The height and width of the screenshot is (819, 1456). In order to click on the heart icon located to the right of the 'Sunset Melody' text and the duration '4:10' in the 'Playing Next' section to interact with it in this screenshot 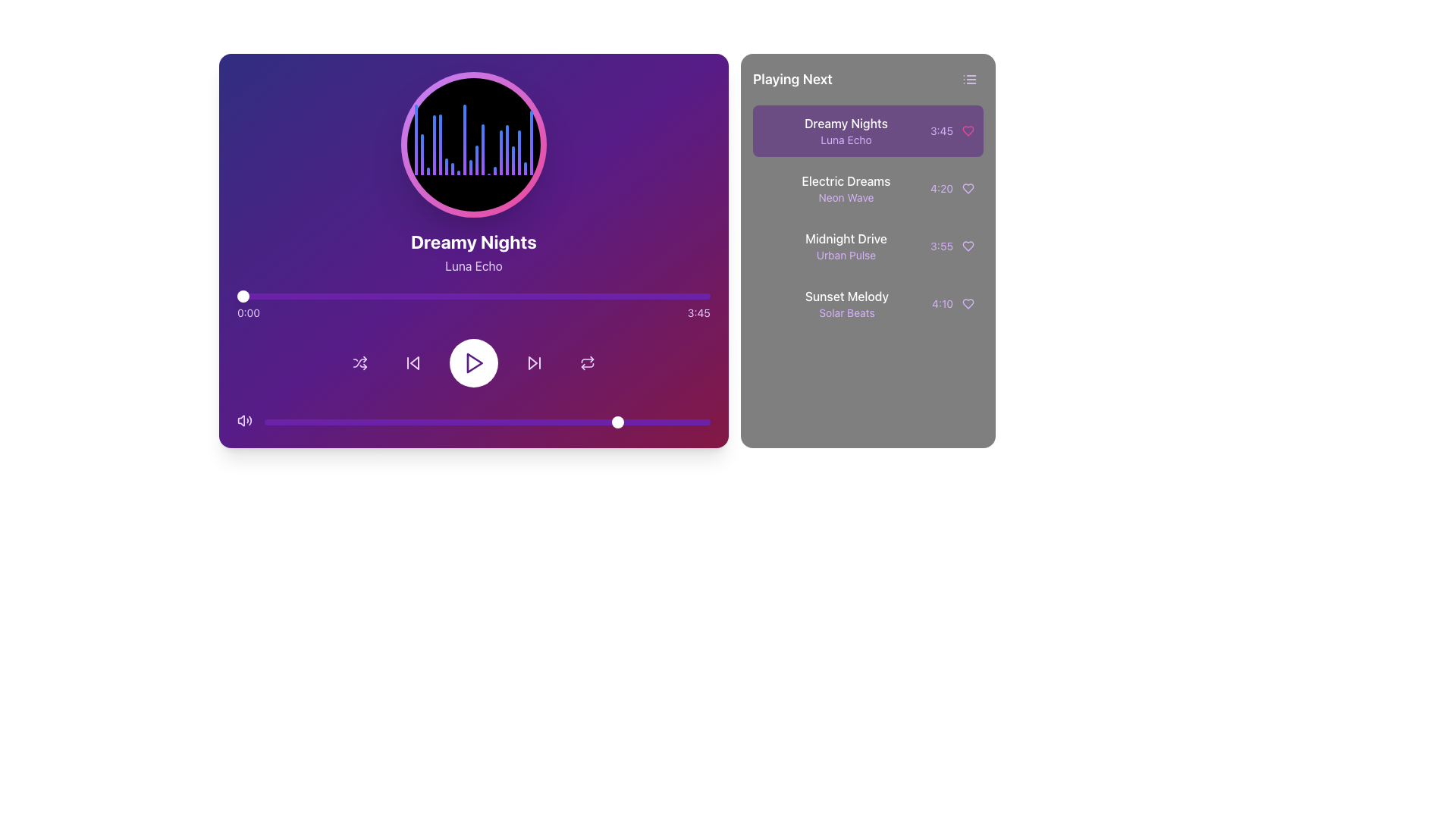, I will do `click(967, 304)`.